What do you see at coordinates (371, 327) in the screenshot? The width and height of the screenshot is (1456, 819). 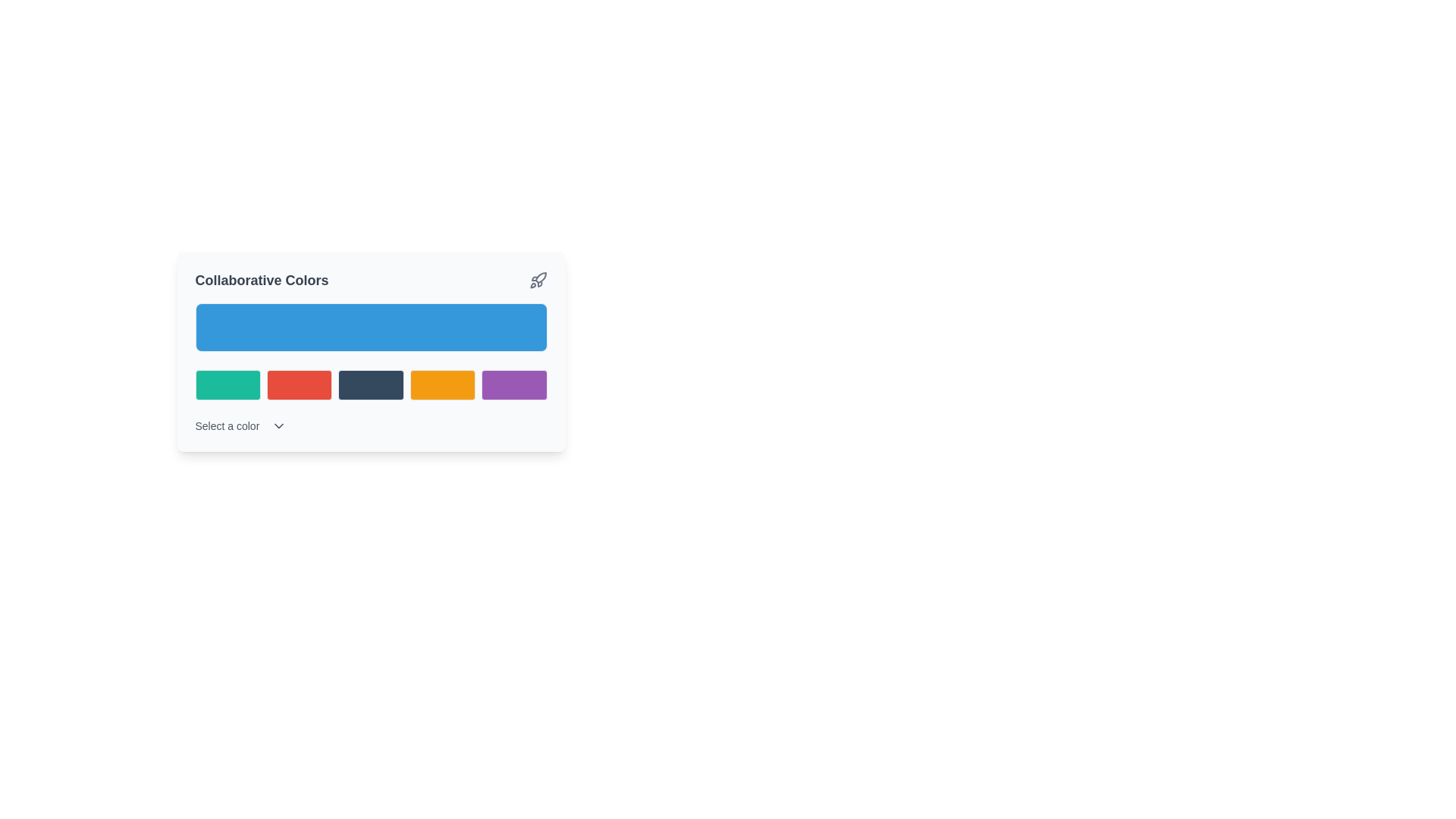 I see `the display segment within the 'Collaborative Colors' section, located above the color selection area, for visual information` at bounding box center [371, 327].